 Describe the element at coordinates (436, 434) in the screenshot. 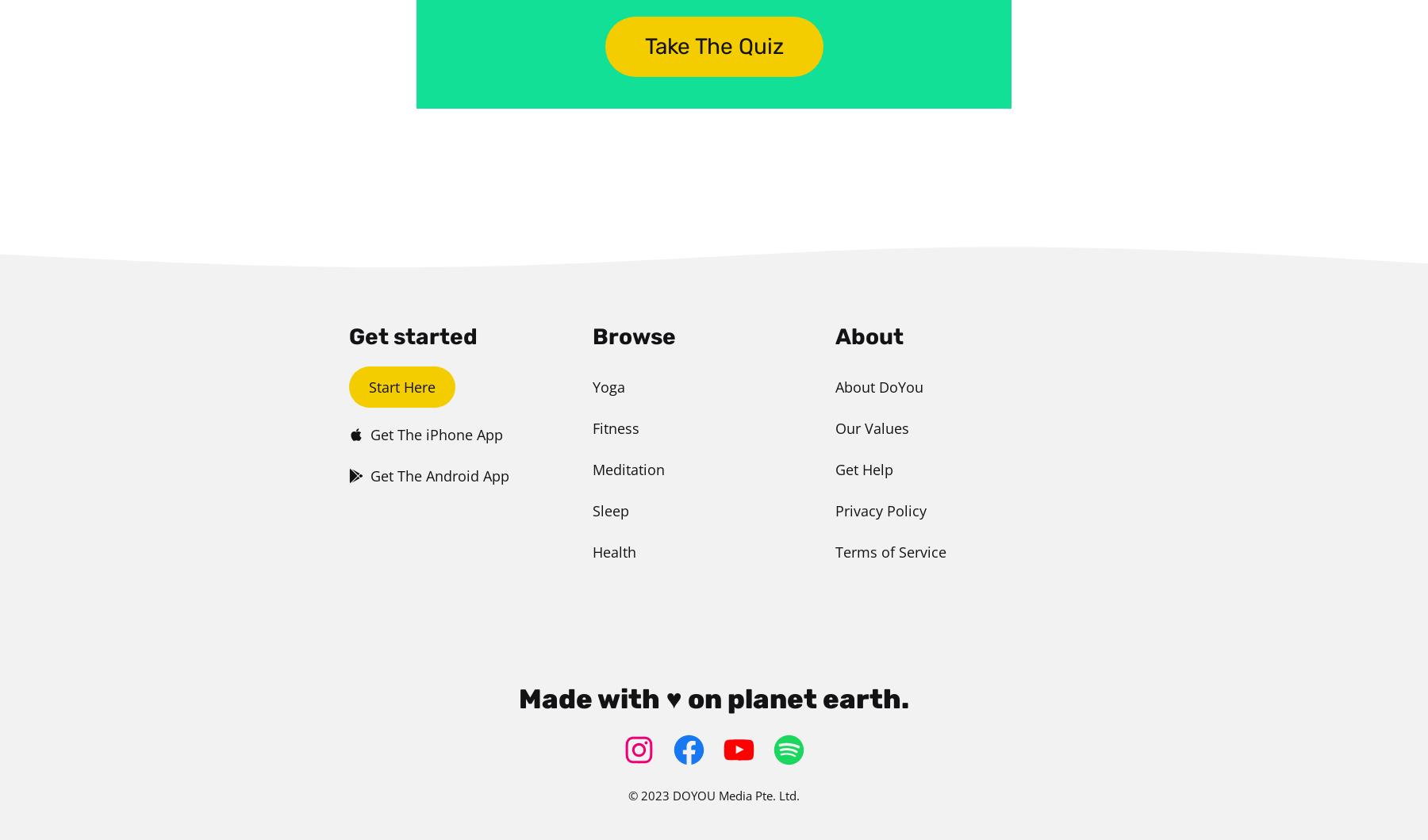

I see `'Get The iPhone App'` at that location.